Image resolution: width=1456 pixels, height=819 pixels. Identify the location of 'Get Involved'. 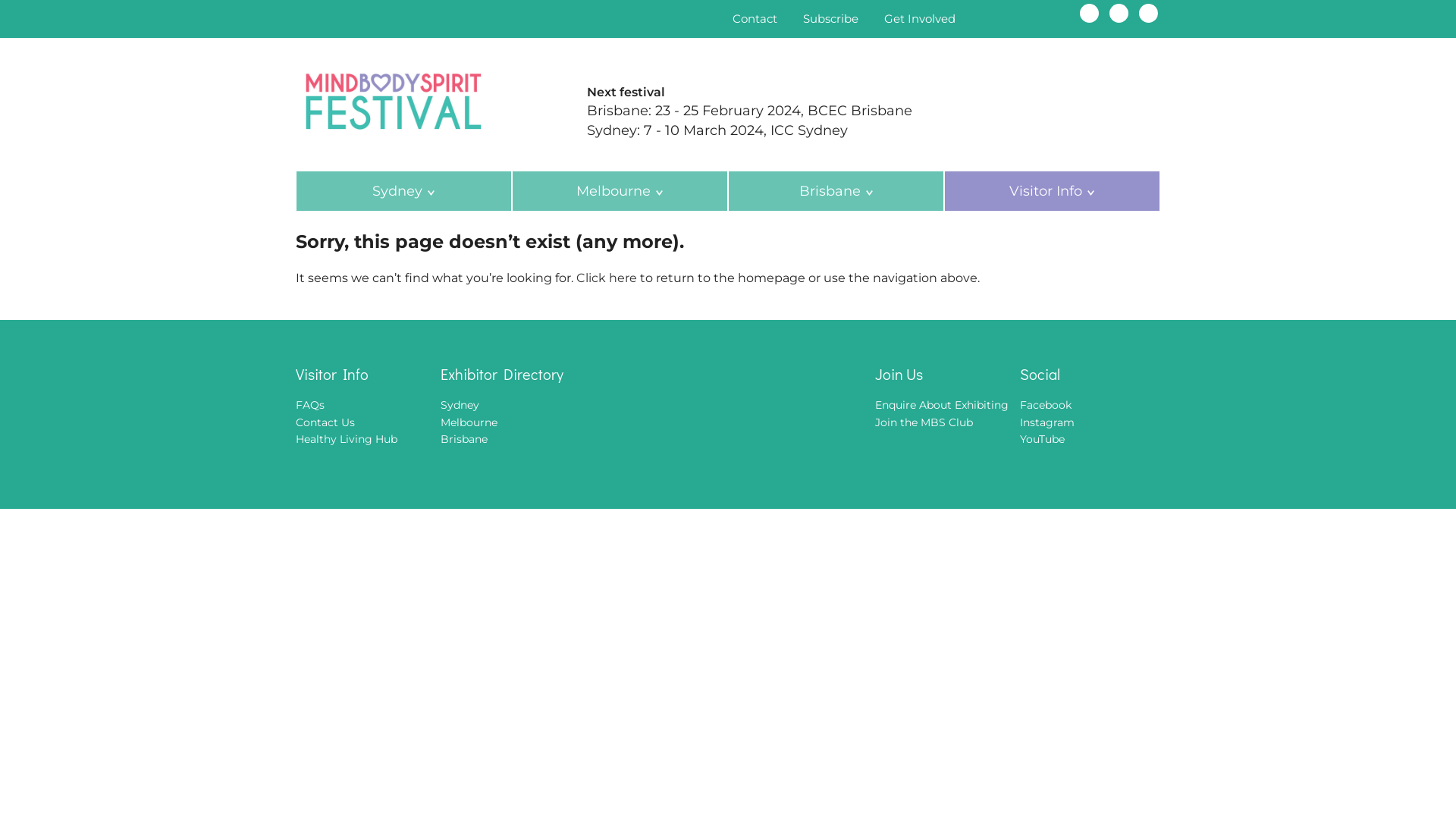
(919, 18).